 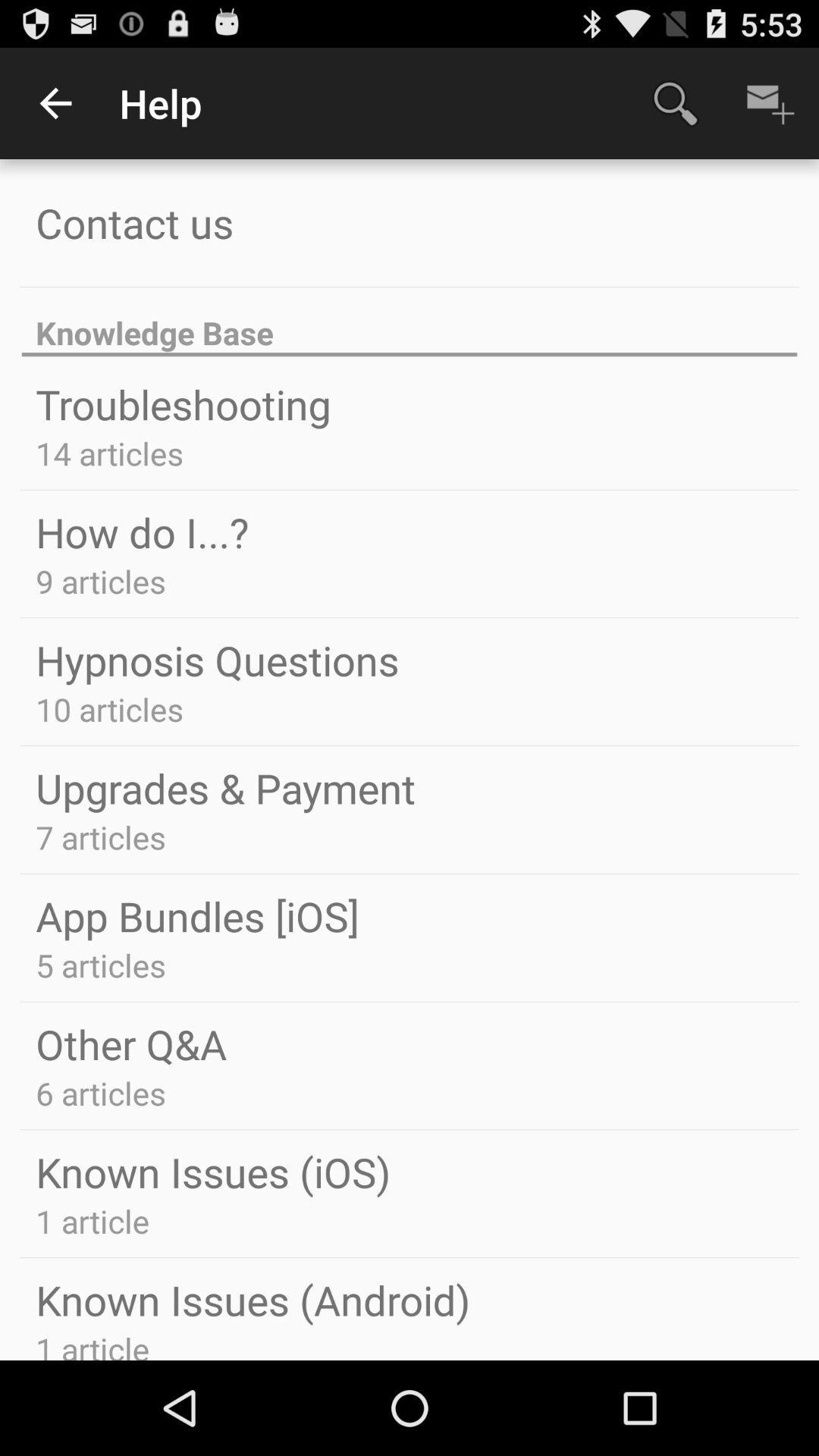 I want to click on the other q&a app, so click(x=130, y=1043).